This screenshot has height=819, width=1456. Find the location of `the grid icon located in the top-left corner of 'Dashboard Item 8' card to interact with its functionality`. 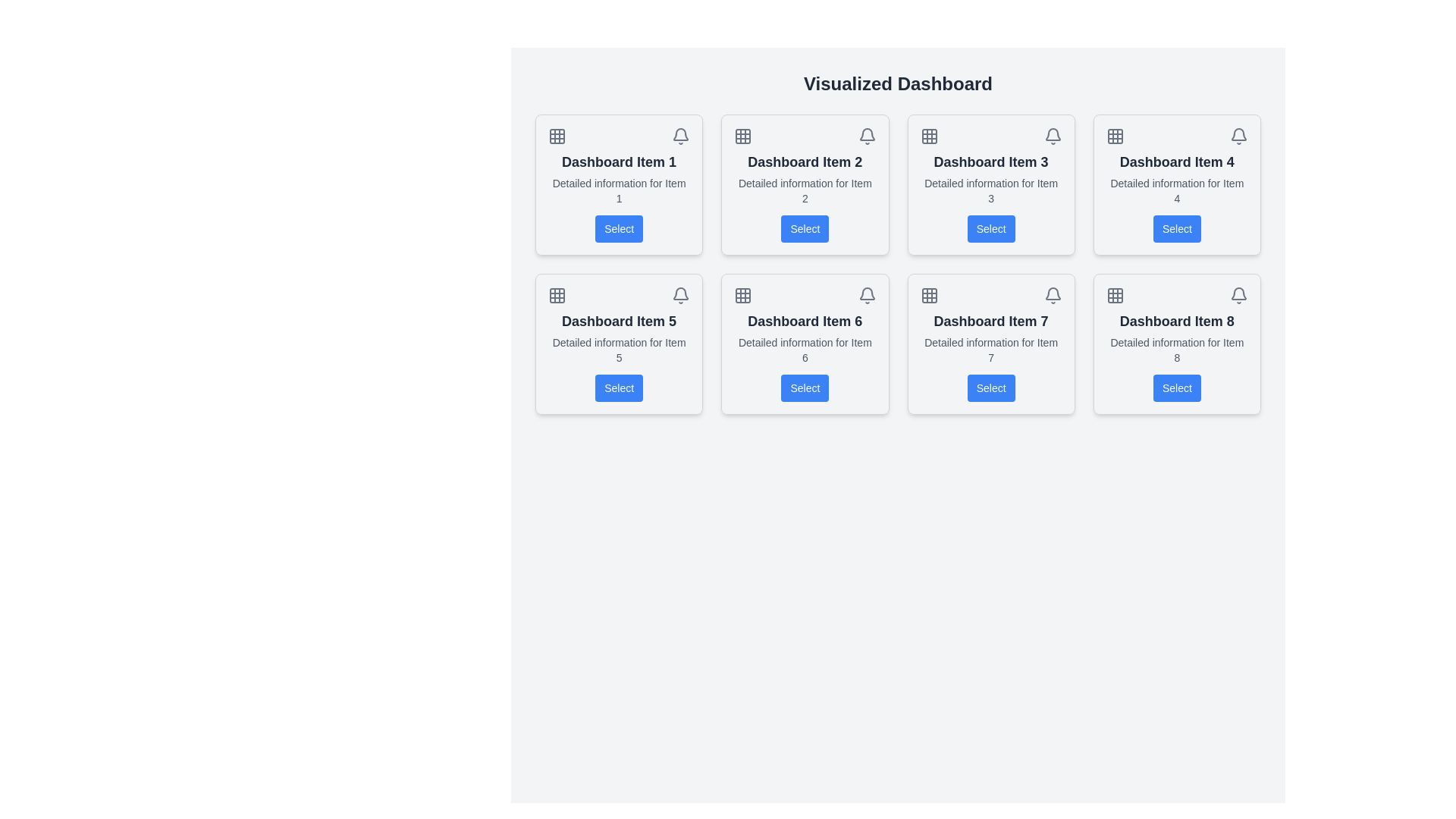

the grid icon located in the top-left corner of 'Dashboard Item 8' card to interact with its functionality is located at coordinates (1115, 295).